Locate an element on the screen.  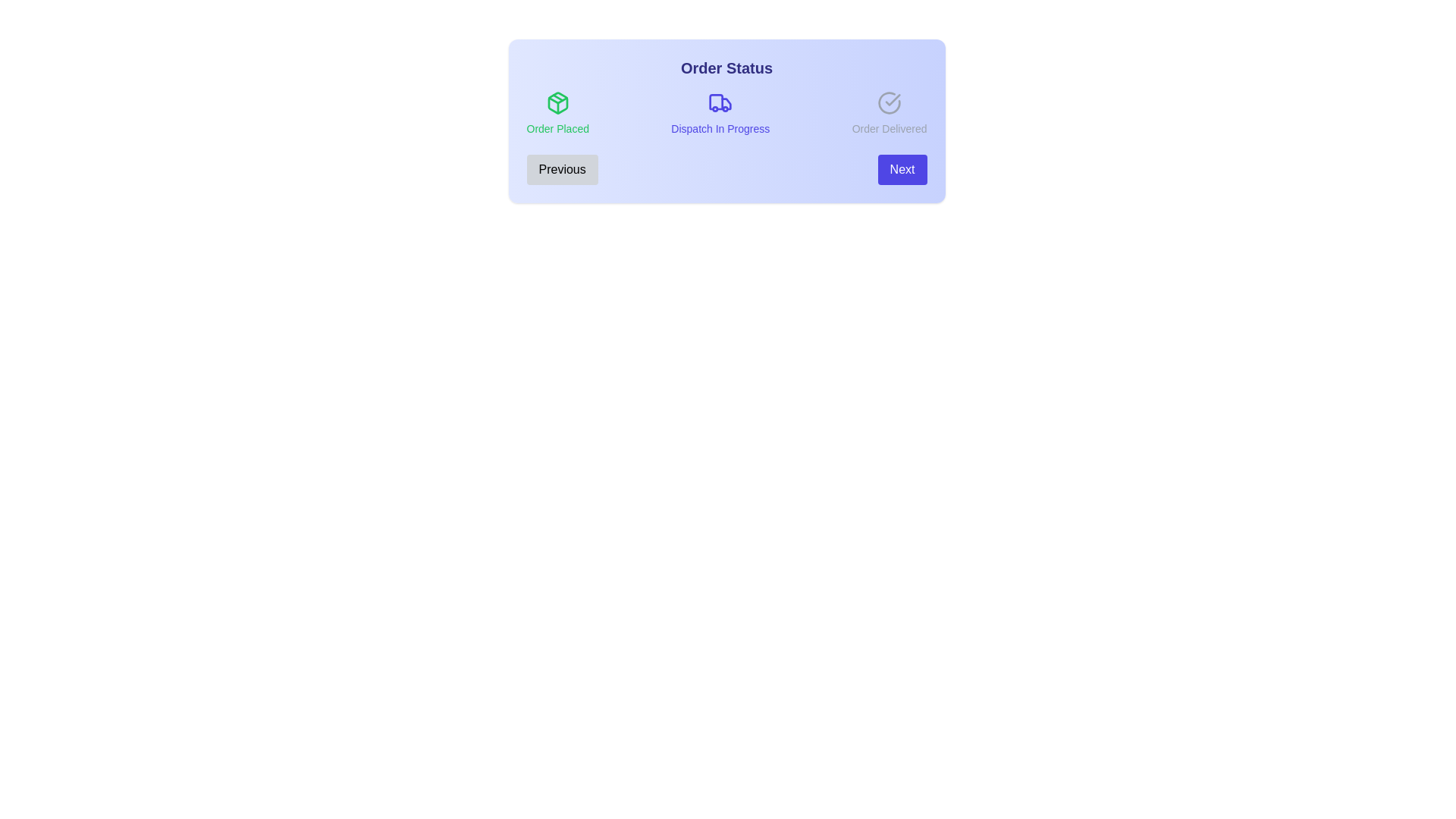
the SVG icon representing a package or box located under the text 'Order Placed' in the step indicator UI component is located at coordinates (557, 102).